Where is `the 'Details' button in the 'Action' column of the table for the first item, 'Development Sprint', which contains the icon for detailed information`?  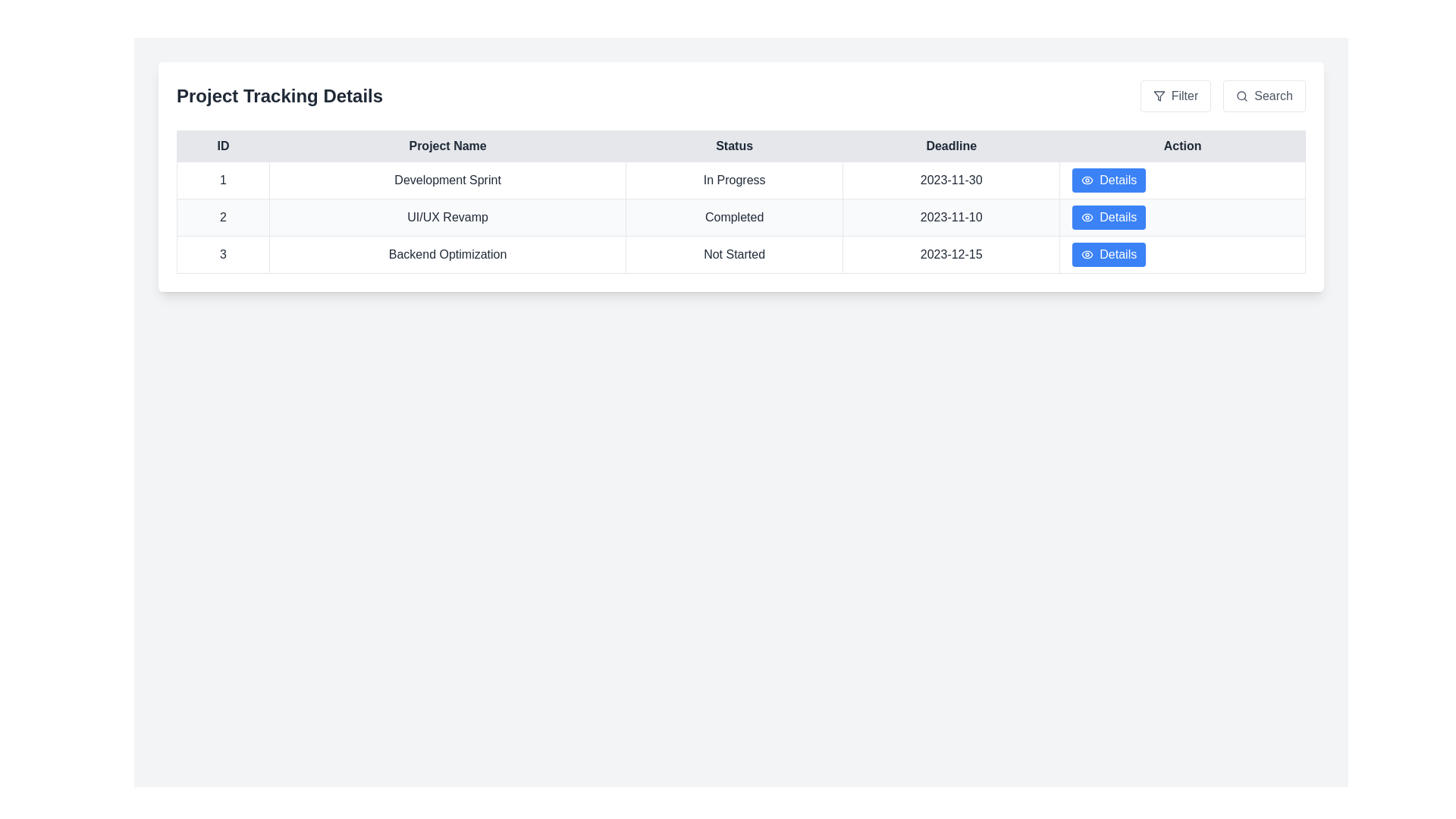 the 'Details' button in the 'Action' column of the table for the first item, 'Development Sprint', which contains the icon for detailed information is located at coordinates (1087, 180).